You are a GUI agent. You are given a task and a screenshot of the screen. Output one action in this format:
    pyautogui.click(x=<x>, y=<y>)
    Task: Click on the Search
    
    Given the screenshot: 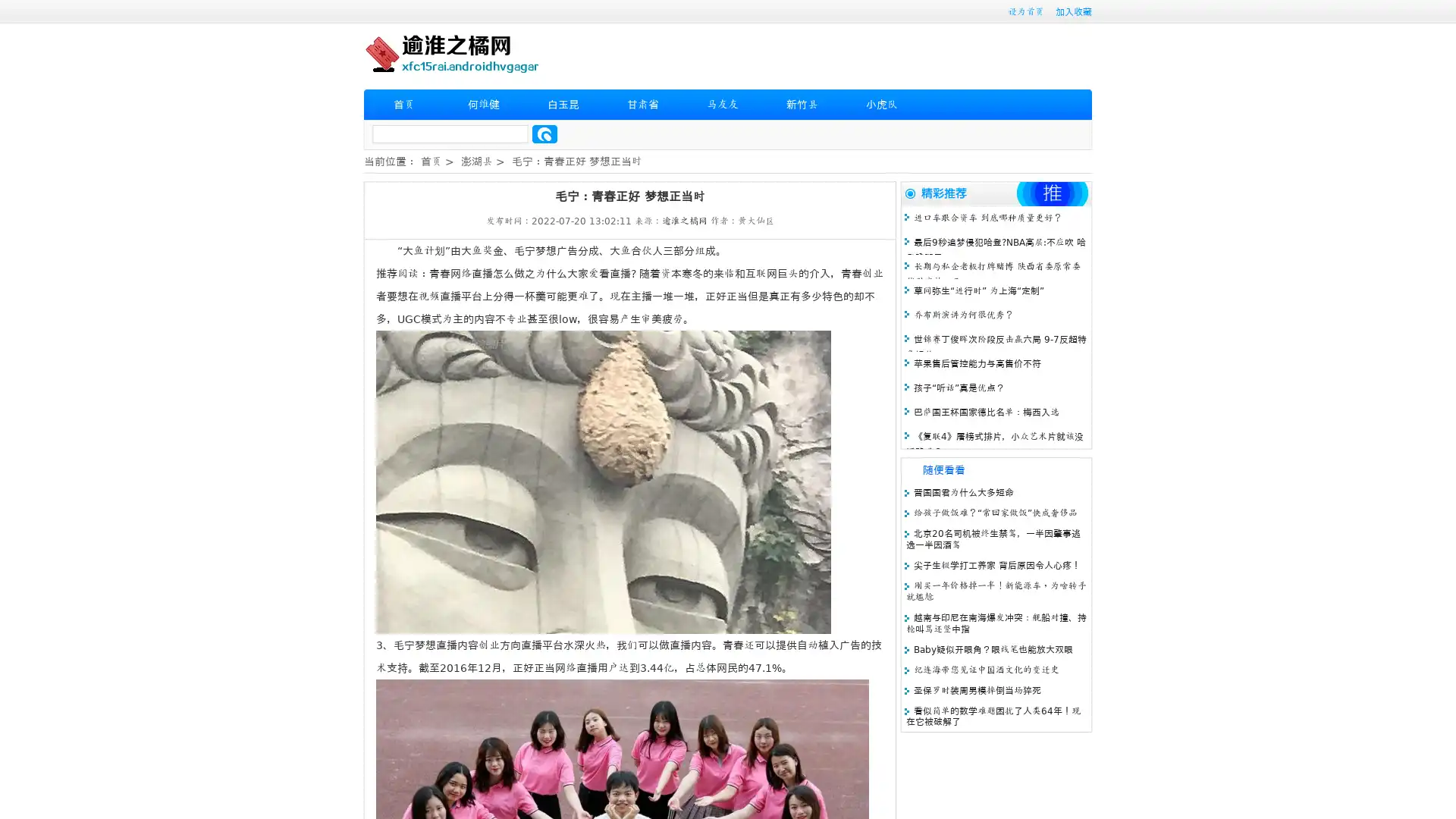 What is the action you would take?
    pyautogui.click(x=544, y=133)
    